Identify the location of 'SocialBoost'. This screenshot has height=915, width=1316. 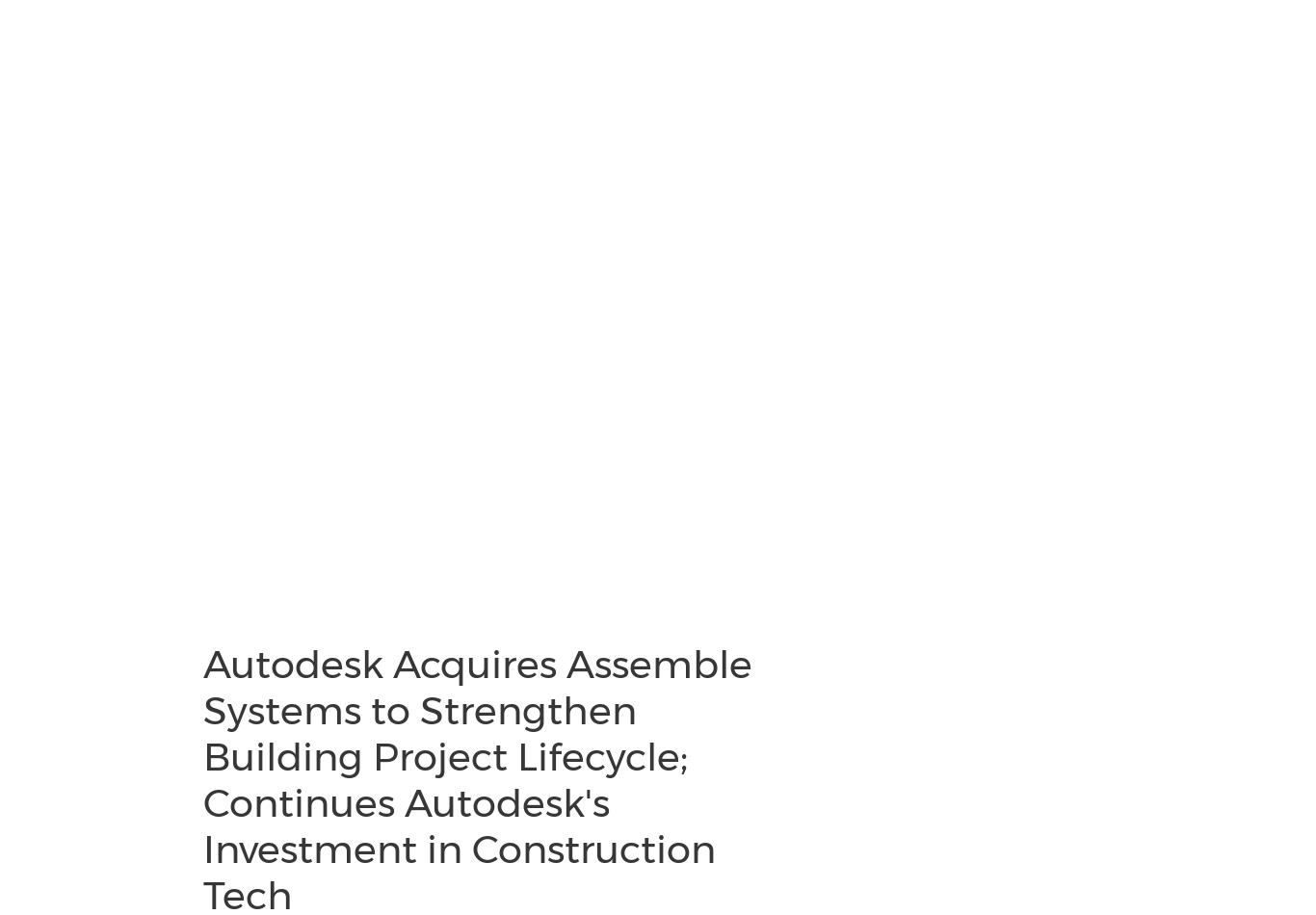
(39, 165).